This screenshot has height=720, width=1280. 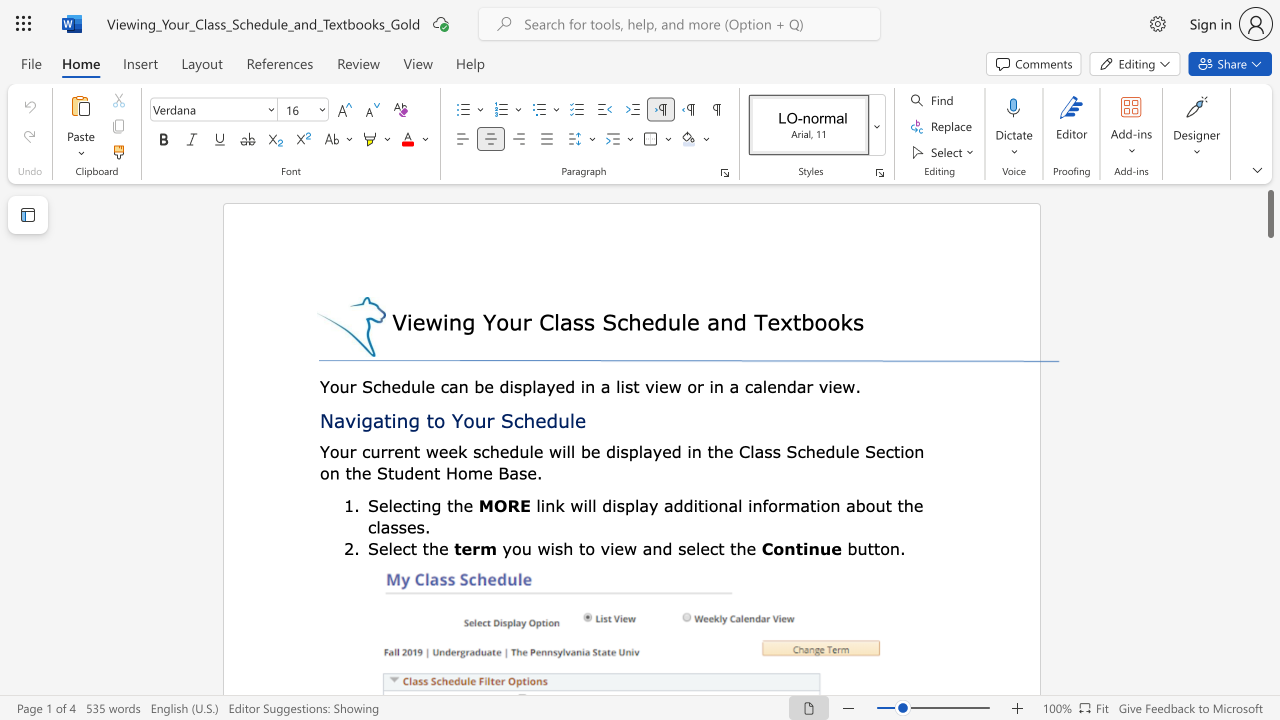 What do you see at coordinates (1269, 310) in the screenshot?
I see `the scrollbar to scroll the page down` at bounding box center [1269, 310].